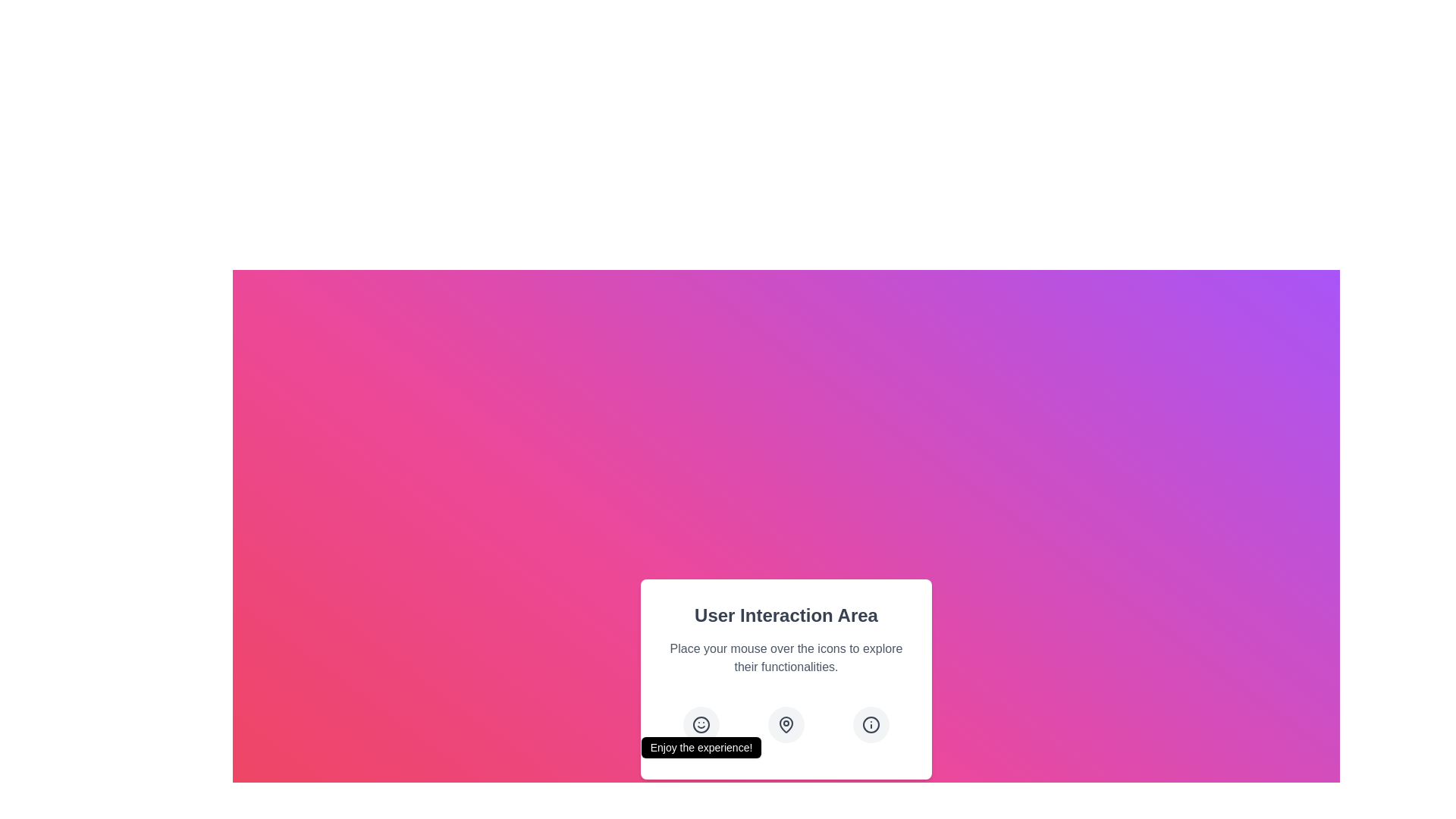 The width and height of the screenshot is (1456, 819). What do you see at coordinates (786, 724) in the screenshot?
I see `the circular pin icon with a gray outline in the grid layout under the text 'Place your mouse over the icons` at bounding box center [786, 724].